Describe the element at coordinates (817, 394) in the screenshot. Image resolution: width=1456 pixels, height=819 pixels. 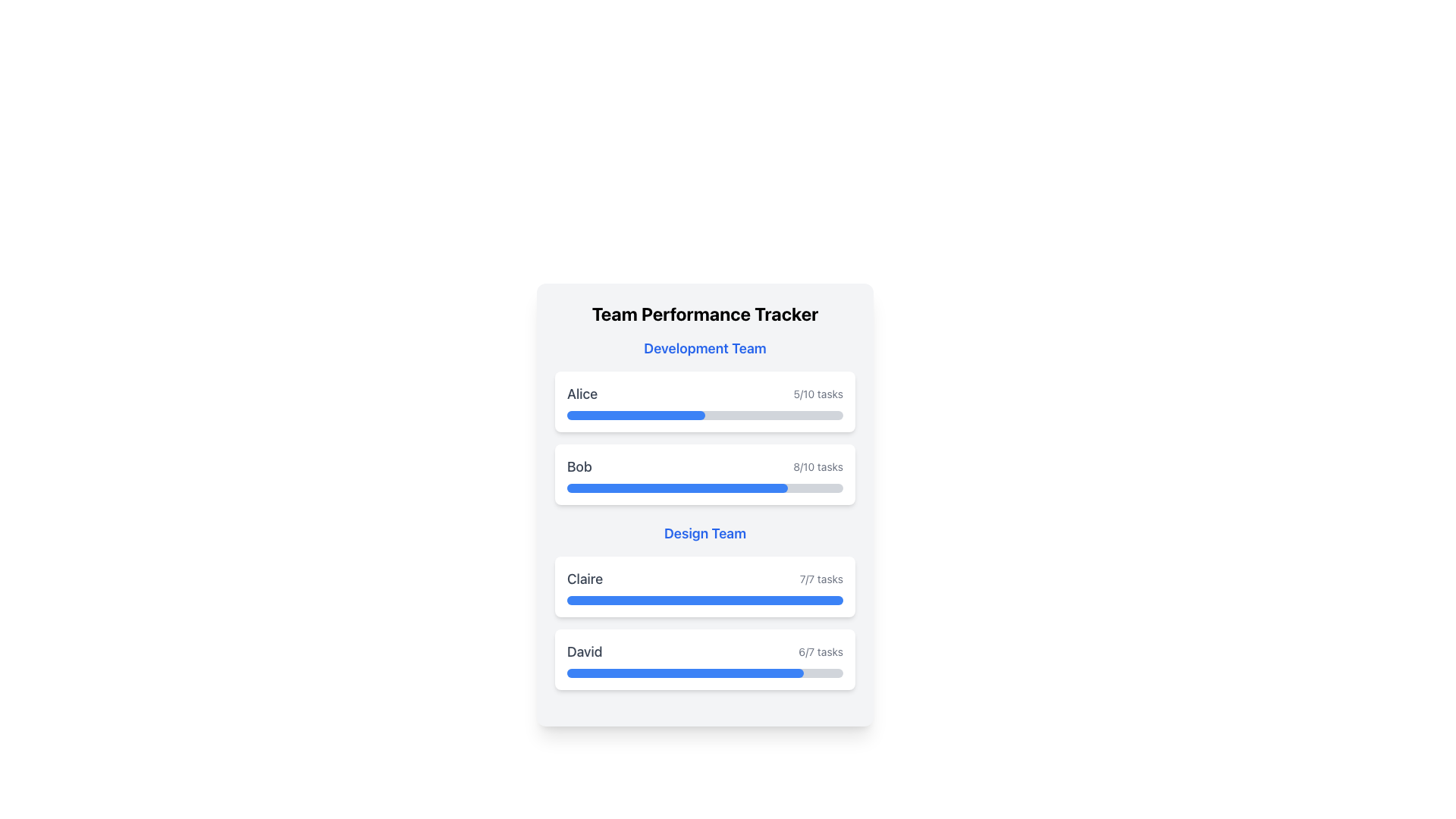
I see `the Text Label that shows the completion status of tasks, indicating 5 out of 10 tasks completed, positioned in the Development Team section` at that location.